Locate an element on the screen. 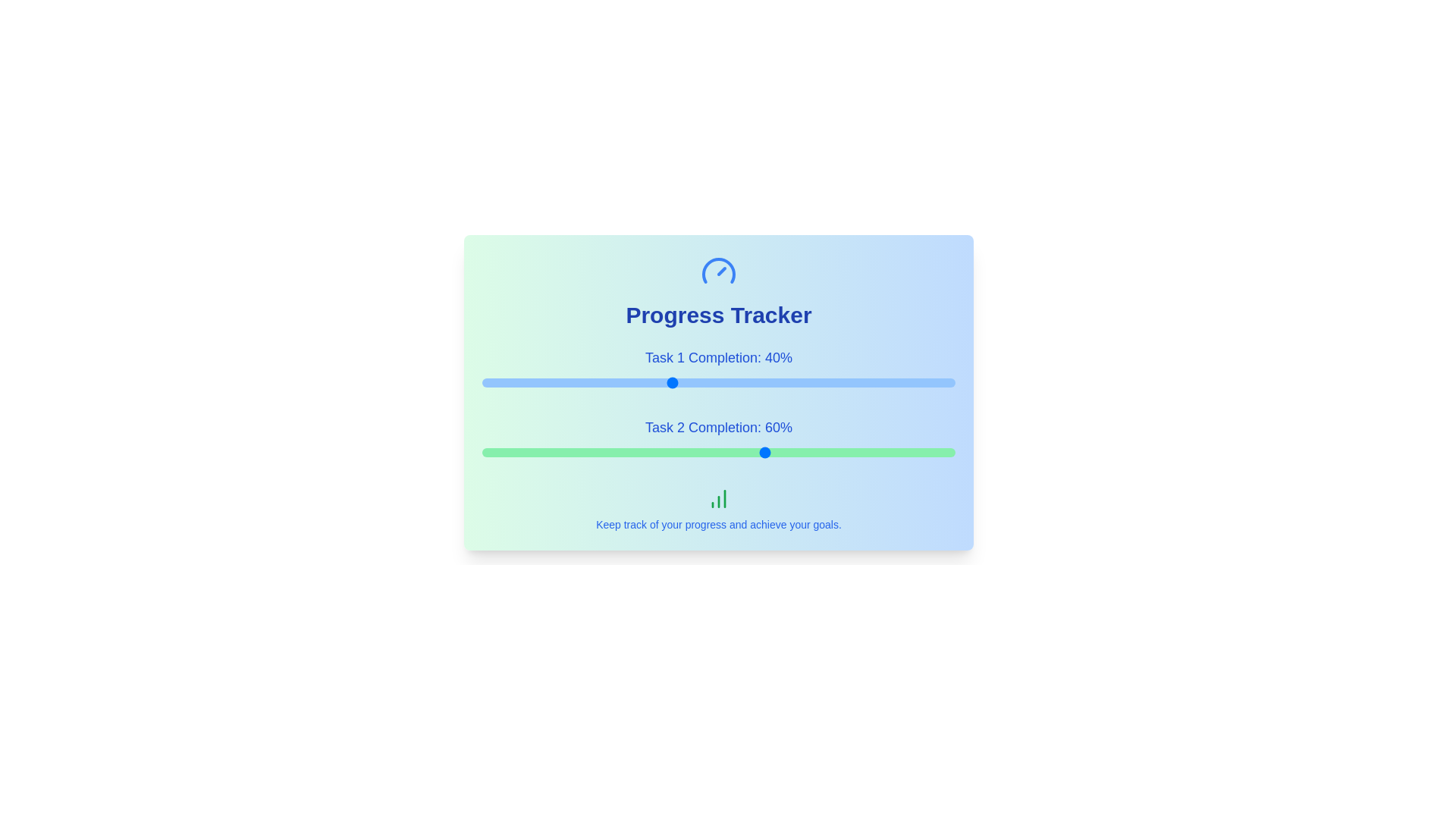 This screenshot has height=819, width=1456. the Task 2 completion slider is located at coordinates (912, 452).